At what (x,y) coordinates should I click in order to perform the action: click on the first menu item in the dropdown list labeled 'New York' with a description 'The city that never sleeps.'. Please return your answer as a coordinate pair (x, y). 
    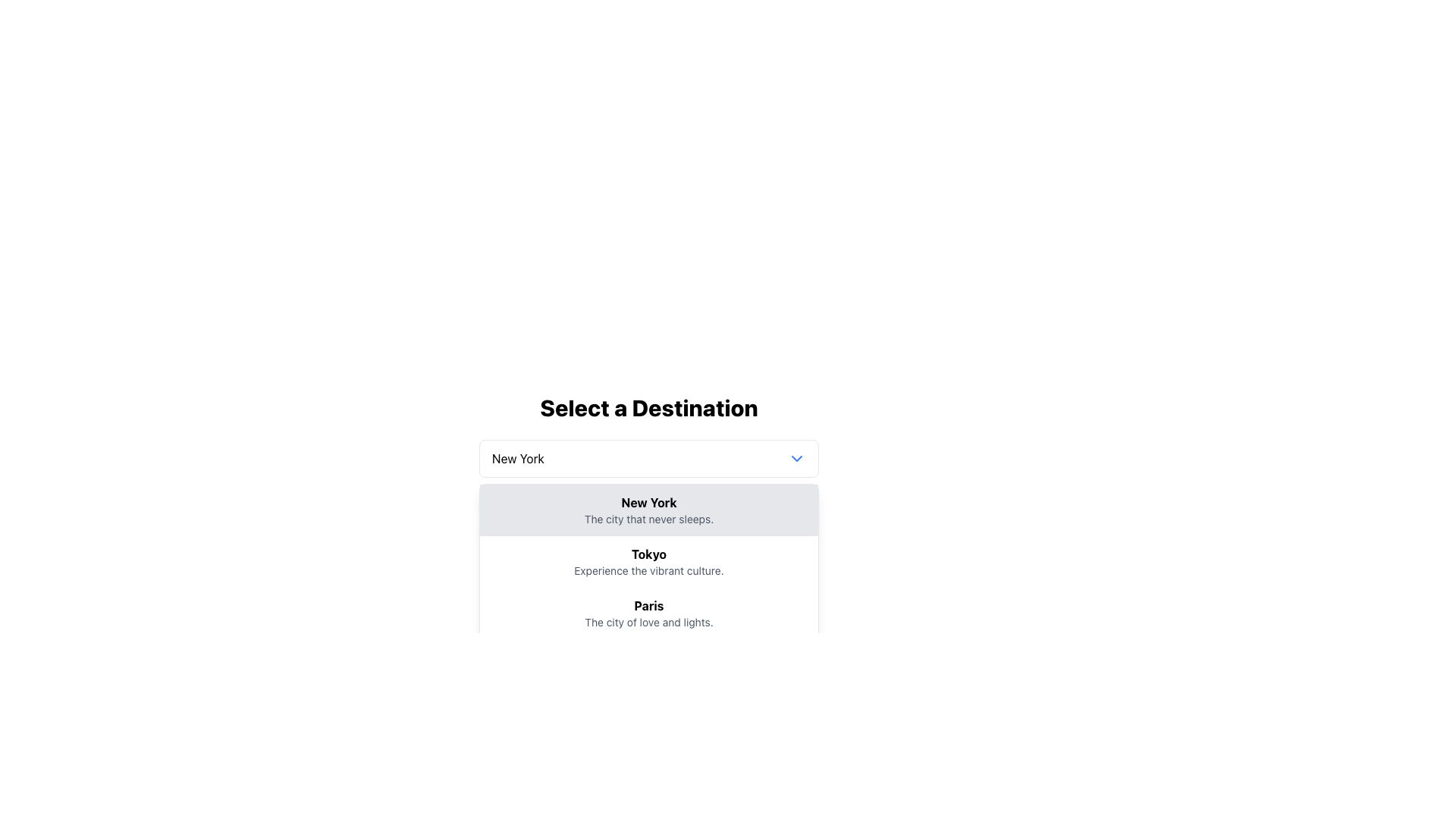
    Looking at the image, I should click on (648, 510).